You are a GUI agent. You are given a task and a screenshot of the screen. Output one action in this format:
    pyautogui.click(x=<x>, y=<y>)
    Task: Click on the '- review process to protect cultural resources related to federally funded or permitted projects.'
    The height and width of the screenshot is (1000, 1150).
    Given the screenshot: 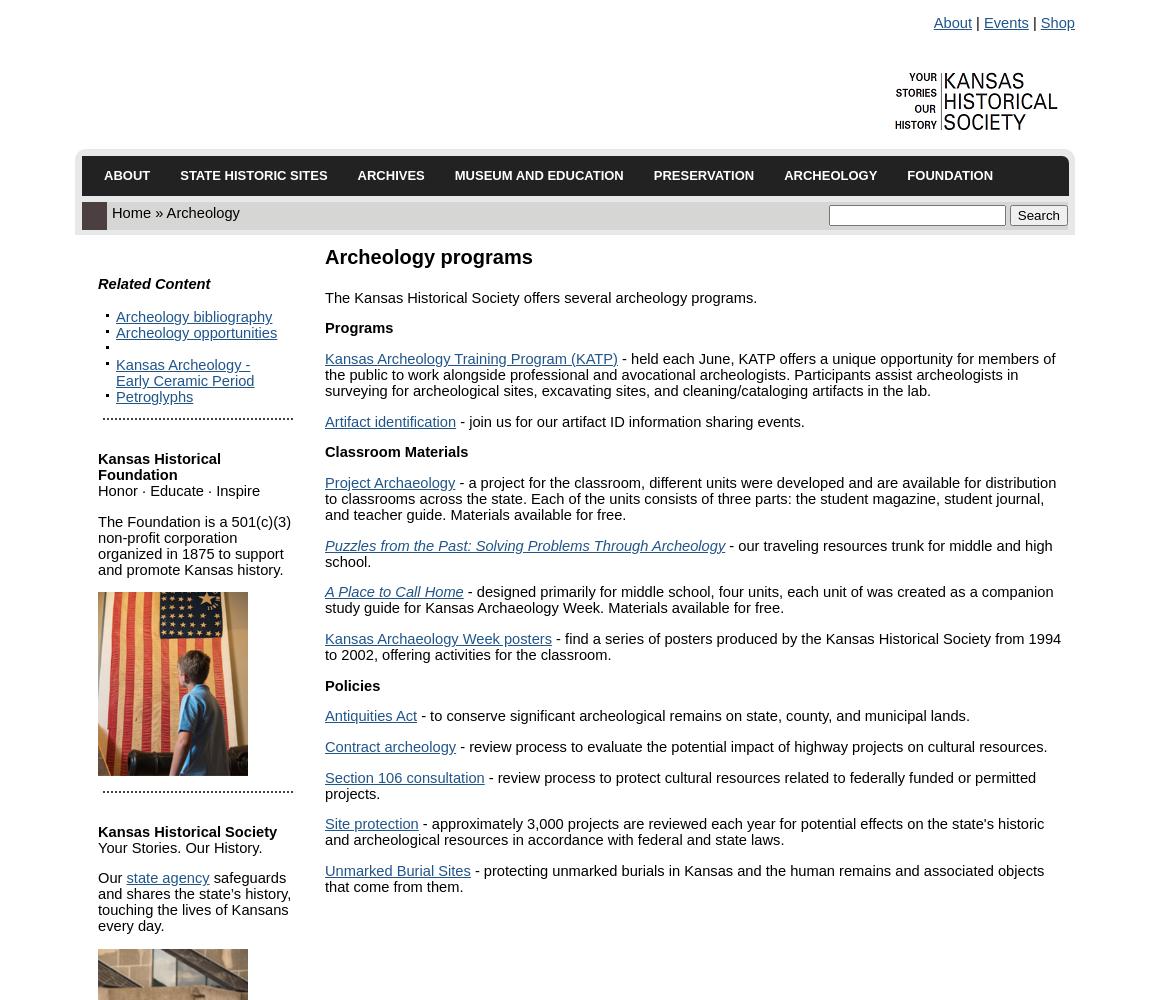 What is the action you would take?
    pyautogui.click(x=679, y=785)
    